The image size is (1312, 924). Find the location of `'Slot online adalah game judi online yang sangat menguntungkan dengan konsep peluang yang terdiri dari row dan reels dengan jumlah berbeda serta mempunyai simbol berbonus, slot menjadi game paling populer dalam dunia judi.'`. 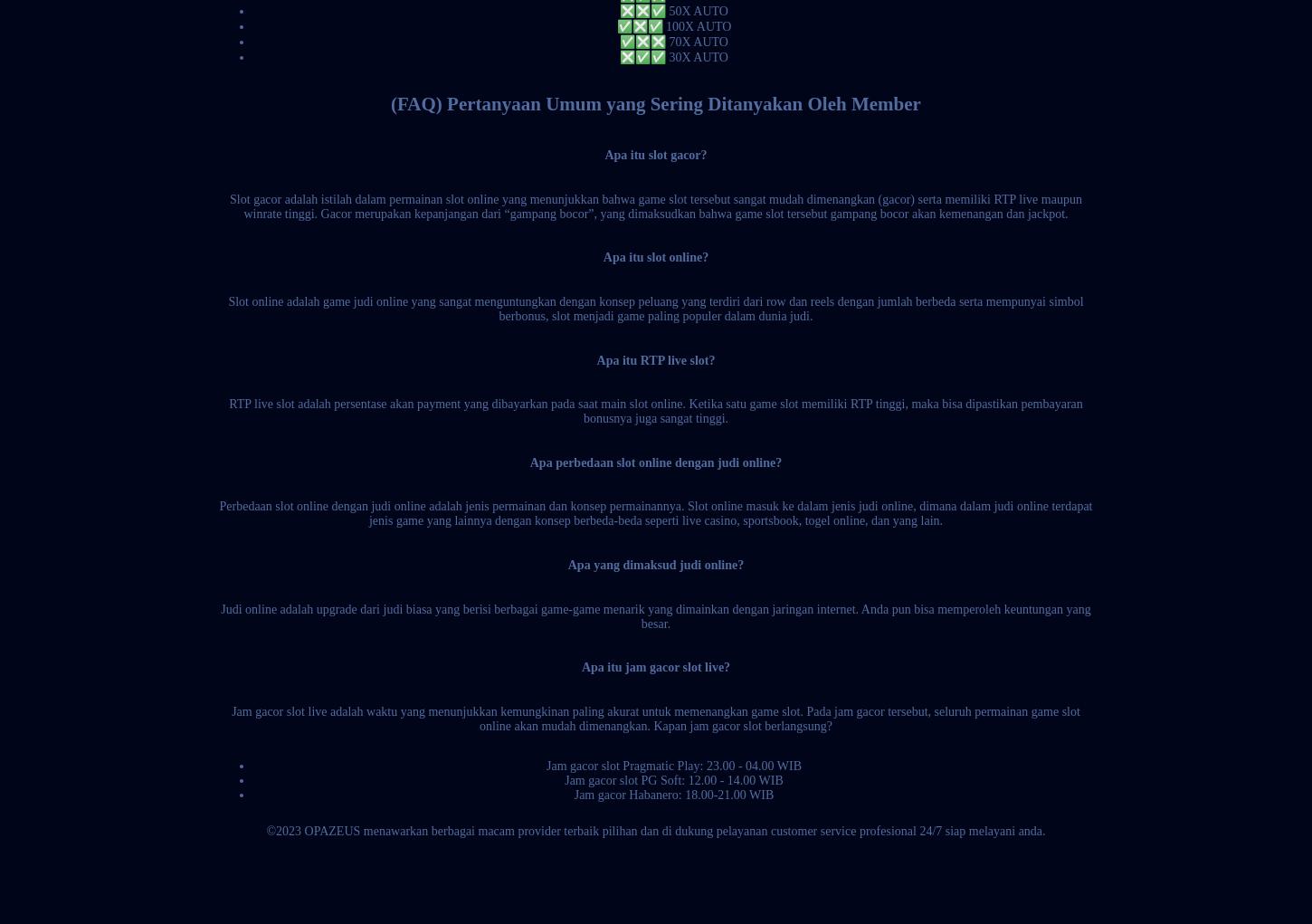

'Slot online adalah game judi online yang sangat menguntungkan dengan konsep peluang yang terdiri dari row dan reels dengan jumlah berbeda serta mempunyai simbol berbonus, slot menjadi game paling populer dalam dunia judi.' is located at coordinates (654, 308).